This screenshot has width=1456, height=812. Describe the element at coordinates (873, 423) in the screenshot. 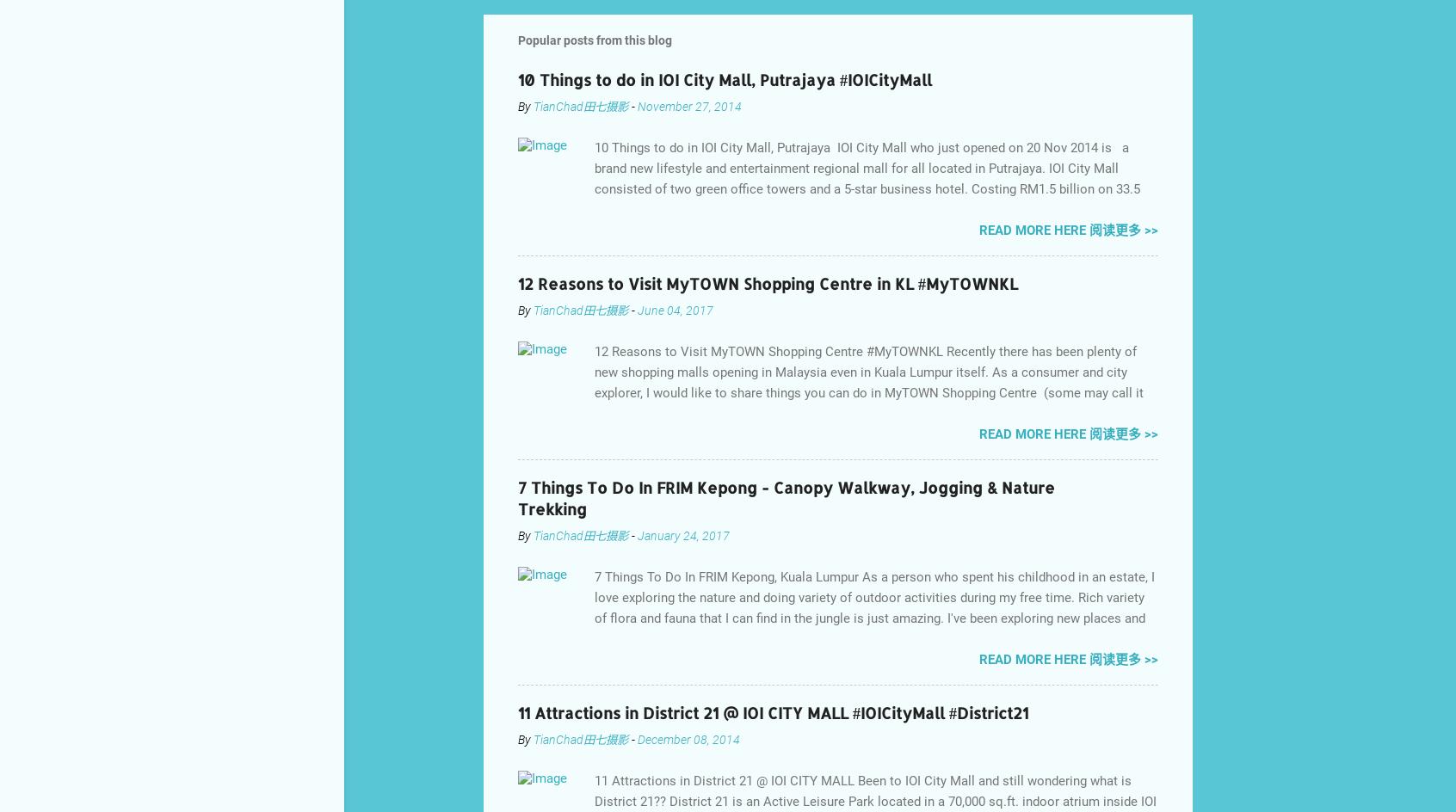

I see `'12 Reasons to Visit MyTOWN Shopping Centre #MyTOWNKL    Recently there has been plenty of new shopping malls opening in Malaysia even in Kuala Lumpur itself. As a consumer and city explorer, I would like to share things you can do in MyTOWN Shopping Centre  (some may call it MyTOWN Shopping Mall), there are a few vivid reasons for you to visit this shopping mall in town.      MyTOWN Shopping Centre Main Concierge Area    MyTOWN Shopping Centre  , spans the size of 20 football fields and is located in the heart of Kuala Lumpur. Anchor tenants include the biggest IKEA in Malaysia, Parkson Department Store, Golden Screen Cinemas, Village Grocer, H&M, Food Empire, the largest ZARA in Malaysia and the country’s first flagship Best store.'` at that location.